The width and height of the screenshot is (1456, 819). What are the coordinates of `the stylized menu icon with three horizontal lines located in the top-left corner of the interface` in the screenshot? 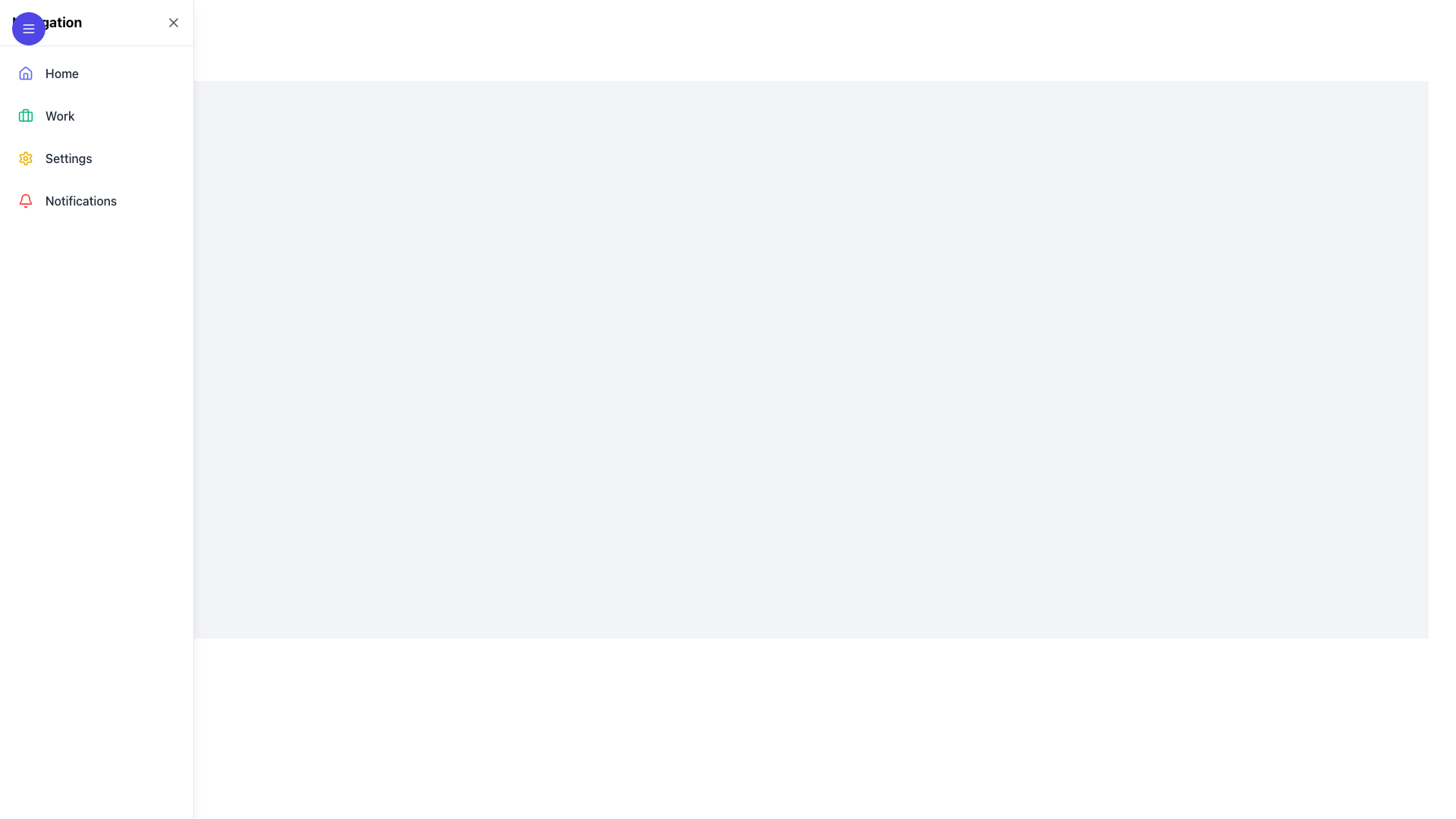 It's located at (29, 29).